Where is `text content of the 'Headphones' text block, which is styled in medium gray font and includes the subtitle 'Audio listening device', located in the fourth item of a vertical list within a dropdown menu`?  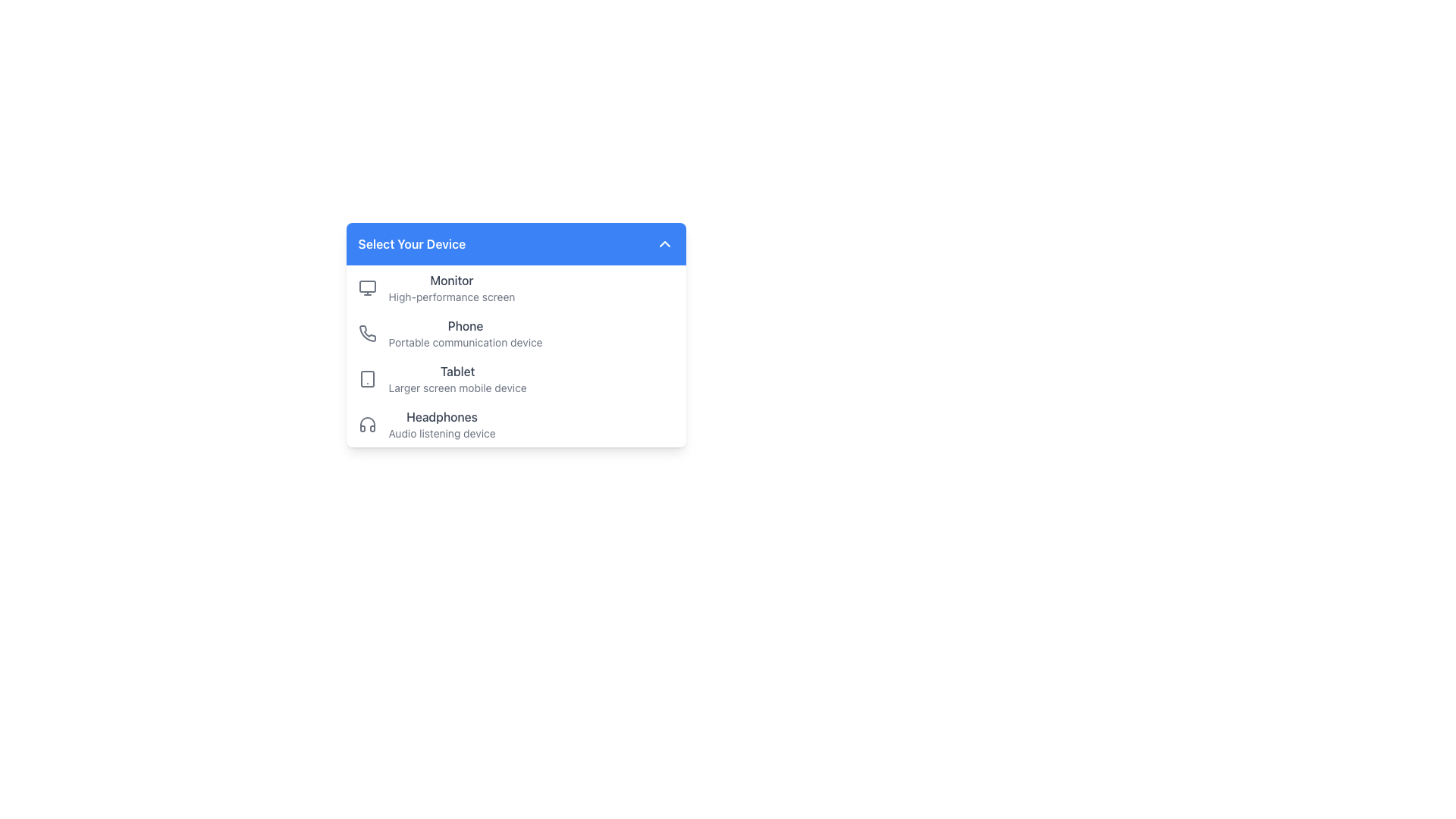 text content of the 'Headphones' text block, which is styled in medium gray font and includes the subtitle 'Audio listening device', located in the fourth item of a vertical list within a dropdown menu is located at coordinates (441, 424).